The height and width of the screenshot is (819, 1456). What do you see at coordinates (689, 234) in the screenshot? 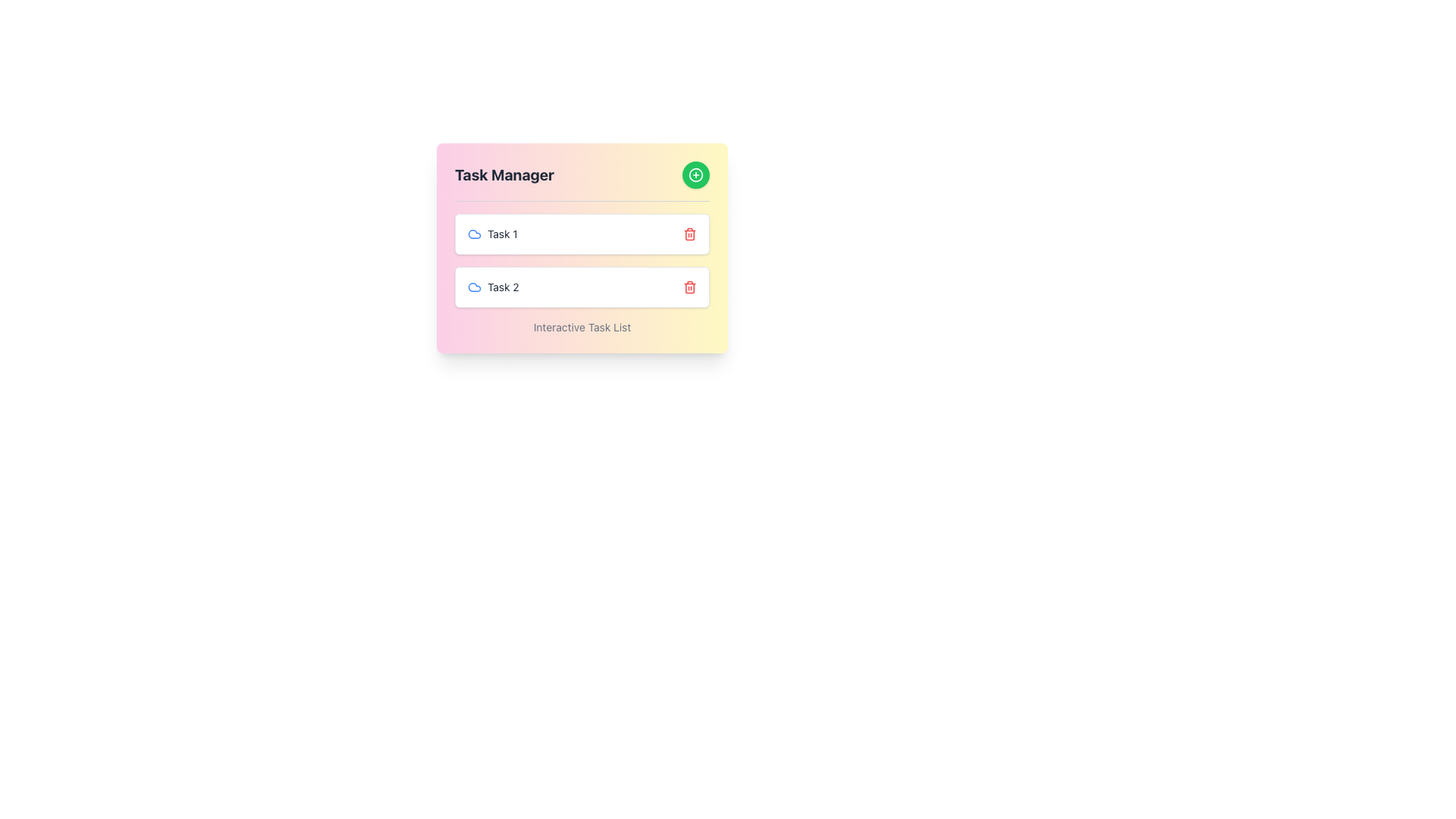
I see `the delete icon button located to the right of 'Task 1'` at bounding box center [689, 234].